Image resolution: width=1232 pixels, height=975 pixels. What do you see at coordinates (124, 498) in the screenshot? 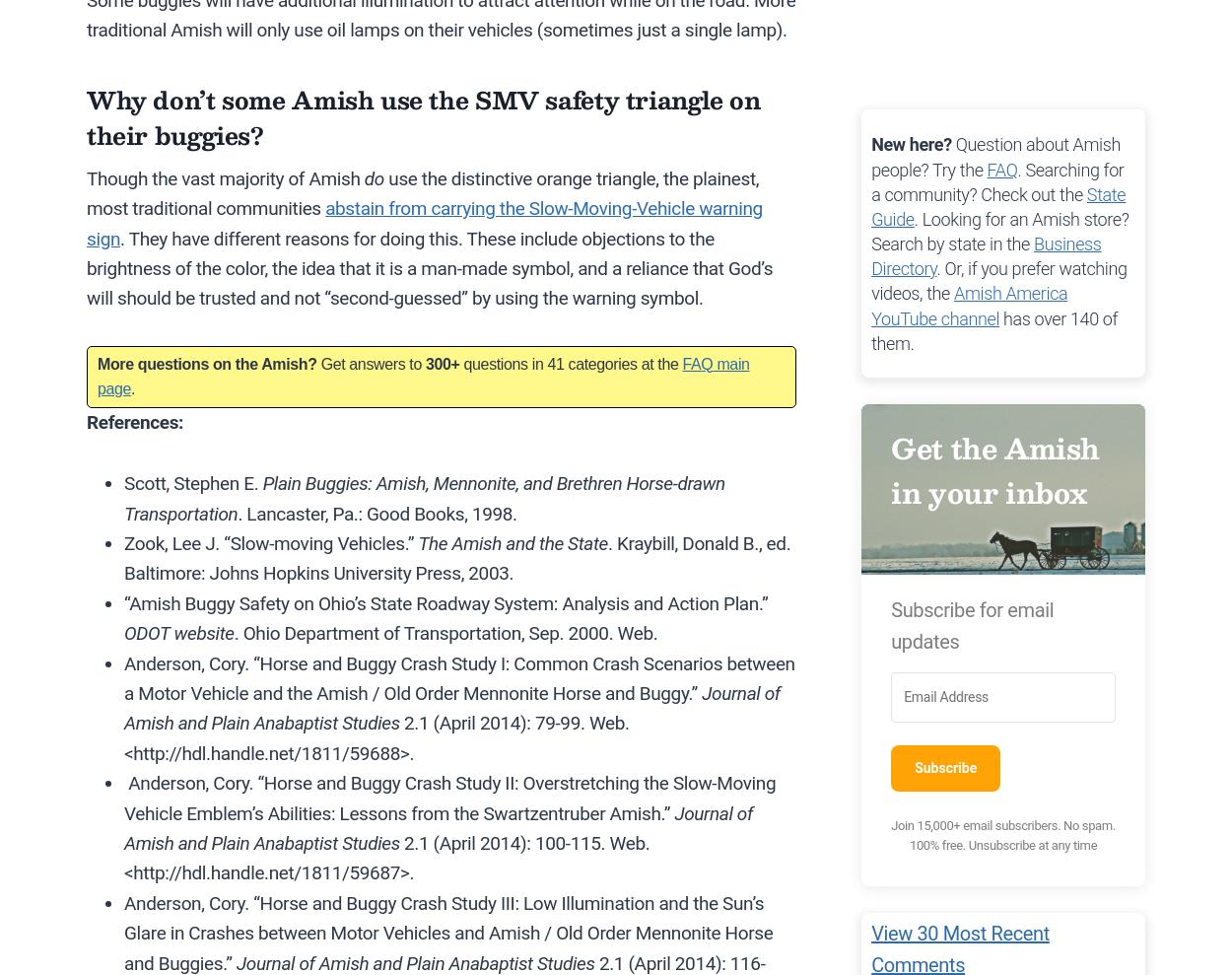
I see `'Plain Buggies: Amish, Mennonite, and Brethren Horse-drawn Transportation'` at bounding box center [124, 498].